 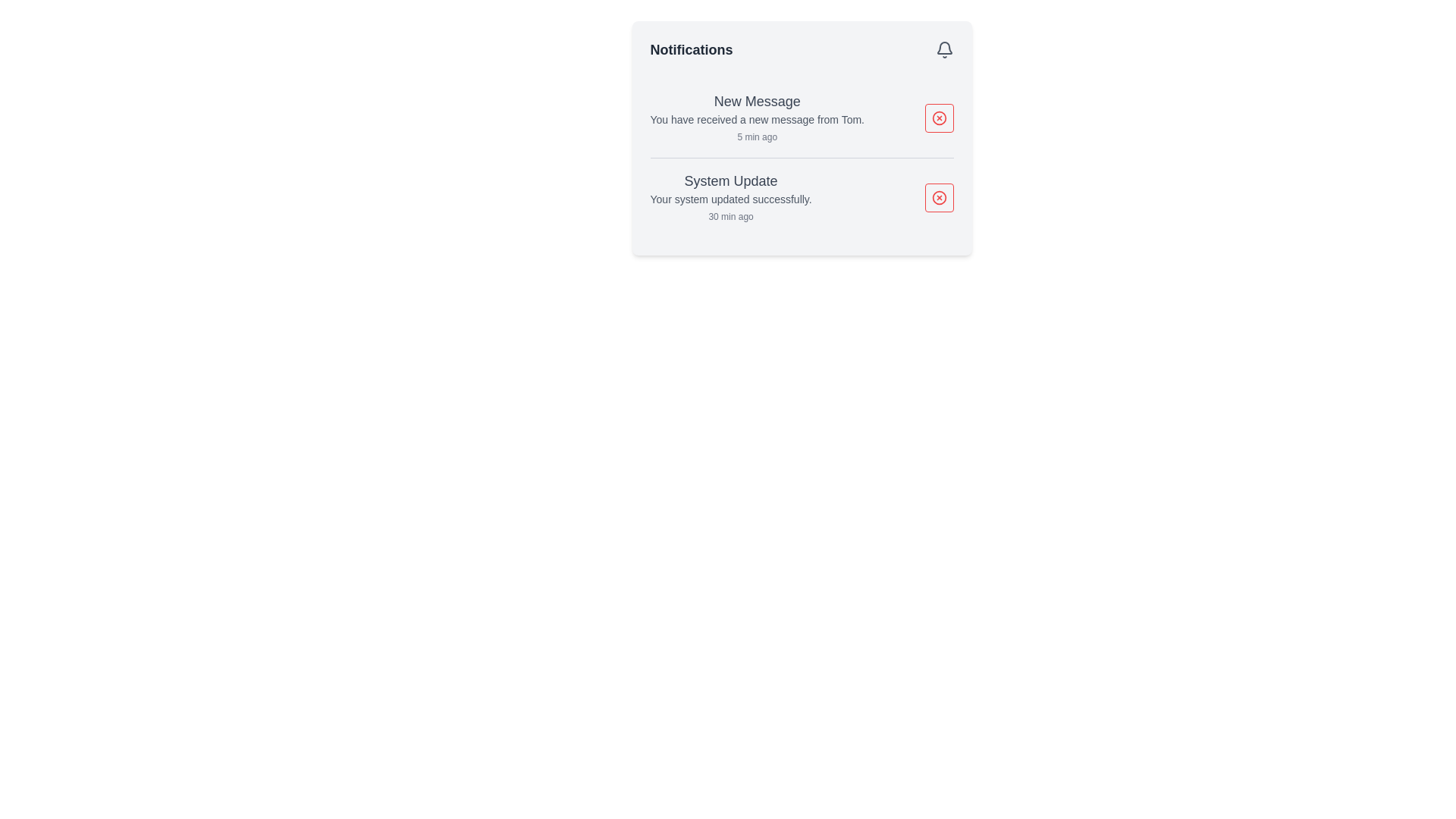 I want to click on the 'New Message' text label, which is prominently displayed in a bold, larger font style with gray color, located at the top-center of the notification overlay panel, so click(x=757, y=102).